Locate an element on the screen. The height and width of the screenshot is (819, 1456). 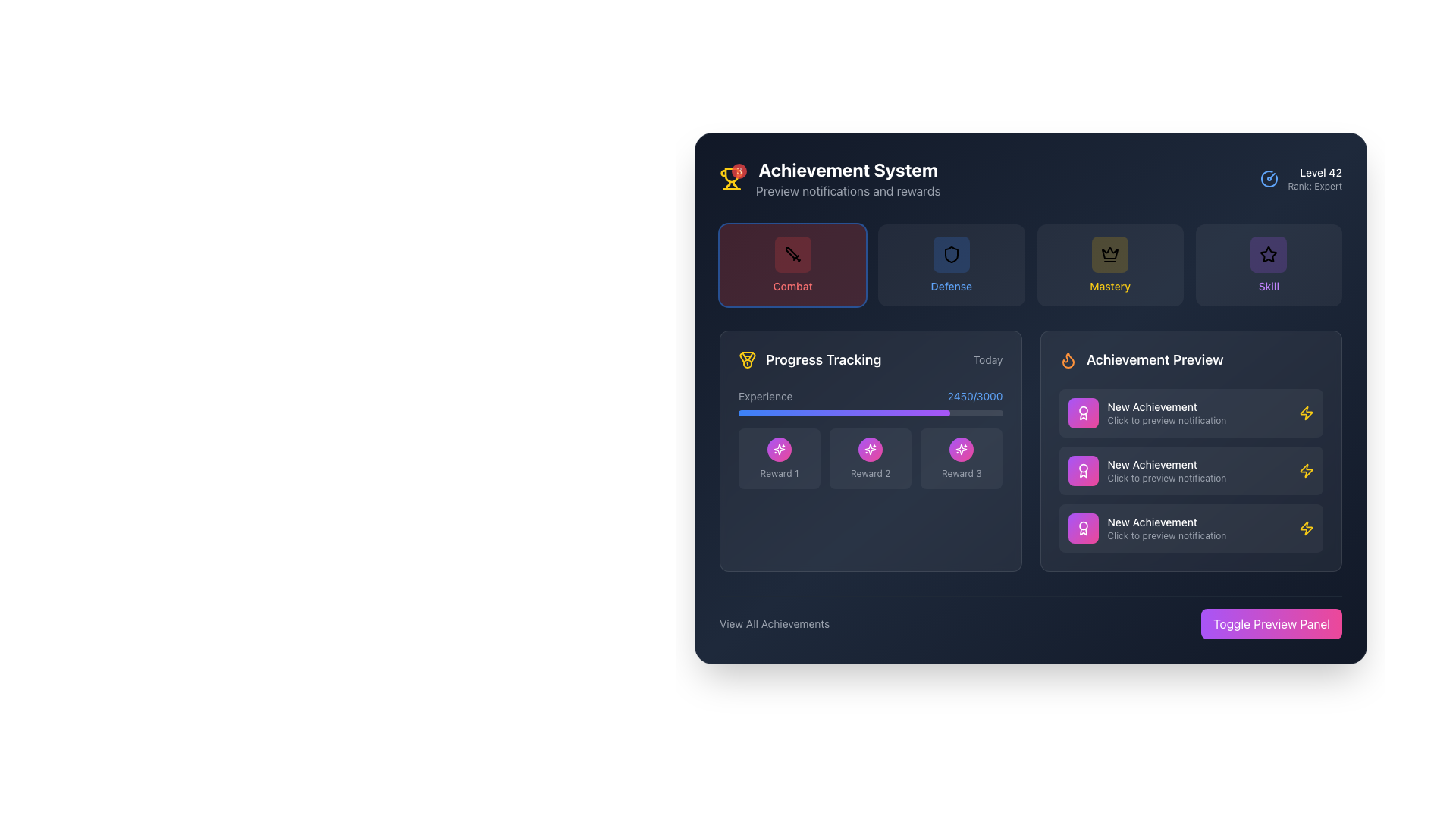
the text block displaying 'New Achievement' and 'Click to preview notification' in the Achievement Preview section is located at coordinates (1197, 528).